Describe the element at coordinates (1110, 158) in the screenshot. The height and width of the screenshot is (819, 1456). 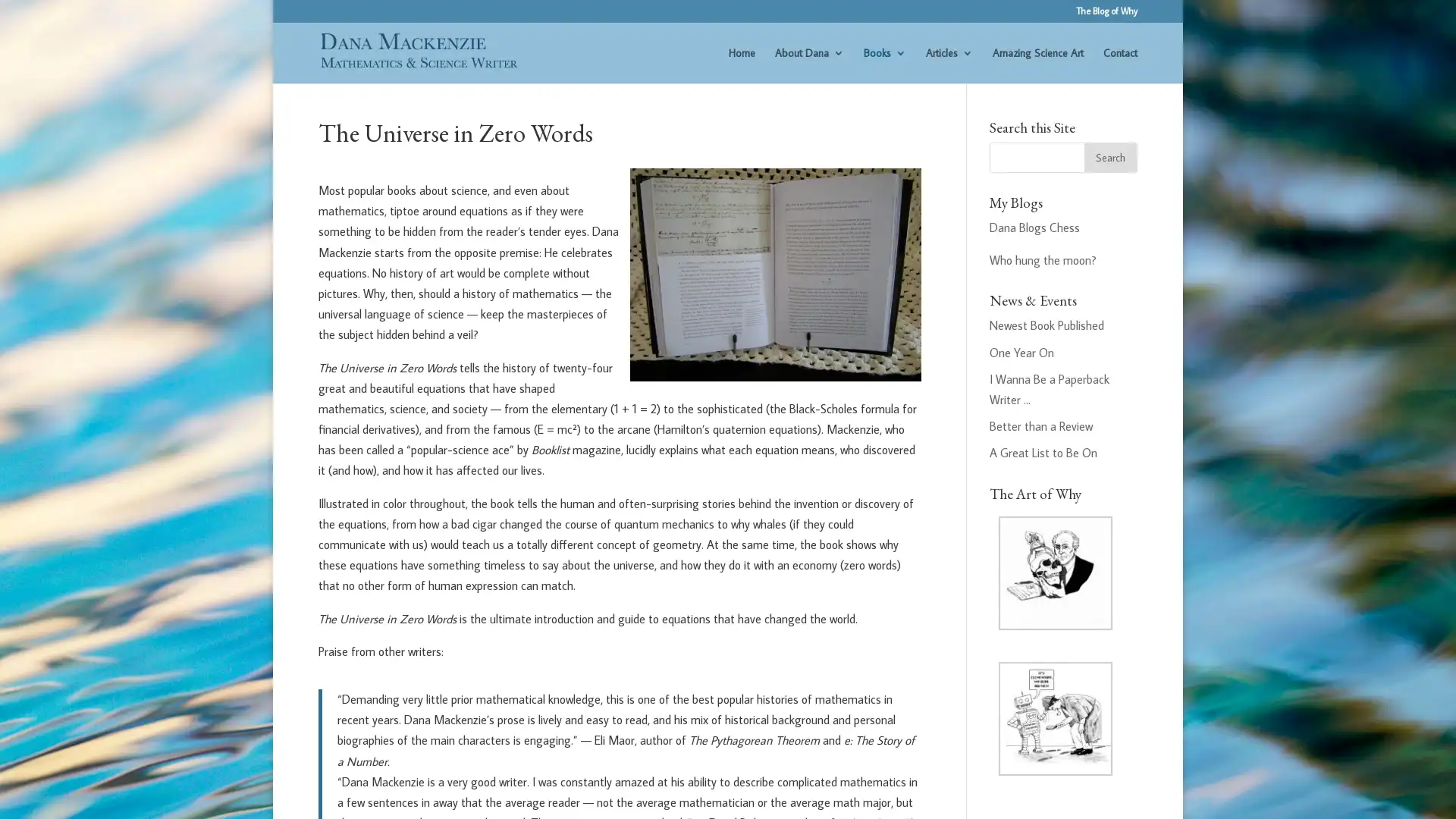
I see `Search` at that location.